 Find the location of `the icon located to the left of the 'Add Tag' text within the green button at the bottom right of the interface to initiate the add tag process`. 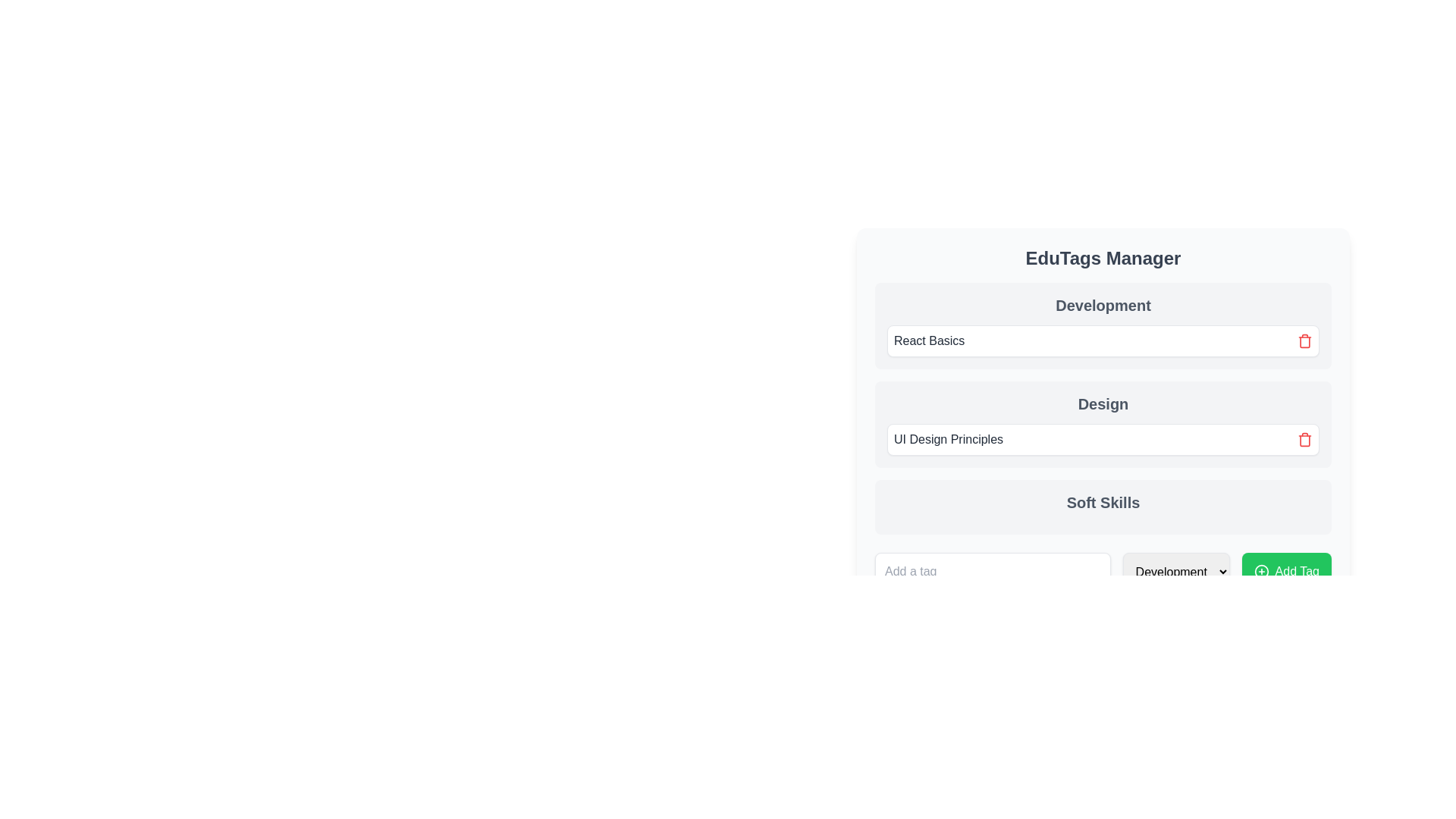

the icon located to the left of the 'Add Tag' text within the green button at the bottom right of the interface to initiate the add tag process is located at coordinates (1261, 571).